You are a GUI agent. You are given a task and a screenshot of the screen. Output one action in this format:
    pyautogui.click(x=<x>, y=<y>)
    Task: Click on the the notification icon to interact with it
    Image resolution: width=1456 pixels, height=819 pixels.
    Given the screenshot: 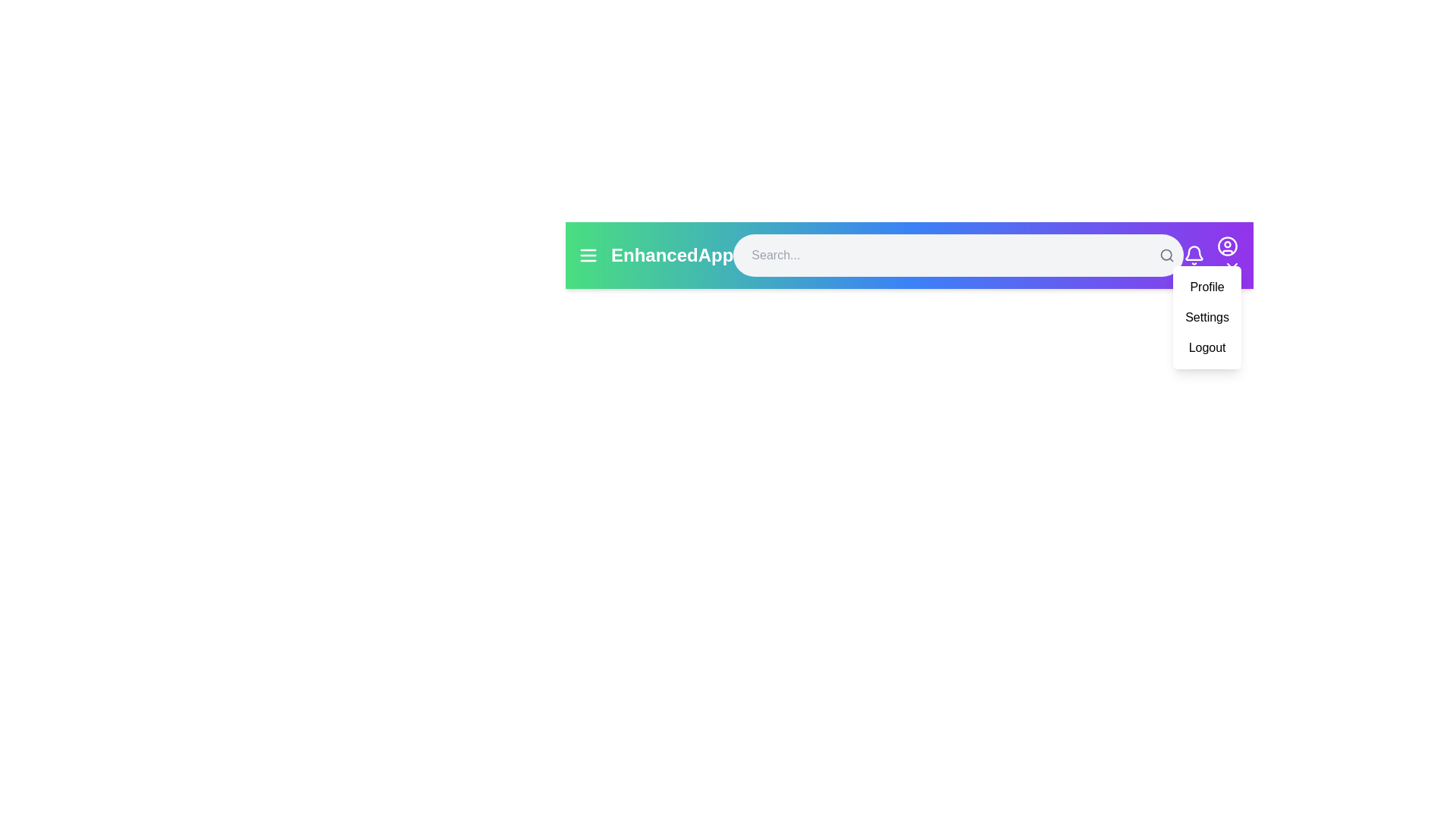 What is the action you would take?
    pyautogui.click(x=1193, y=254)
    